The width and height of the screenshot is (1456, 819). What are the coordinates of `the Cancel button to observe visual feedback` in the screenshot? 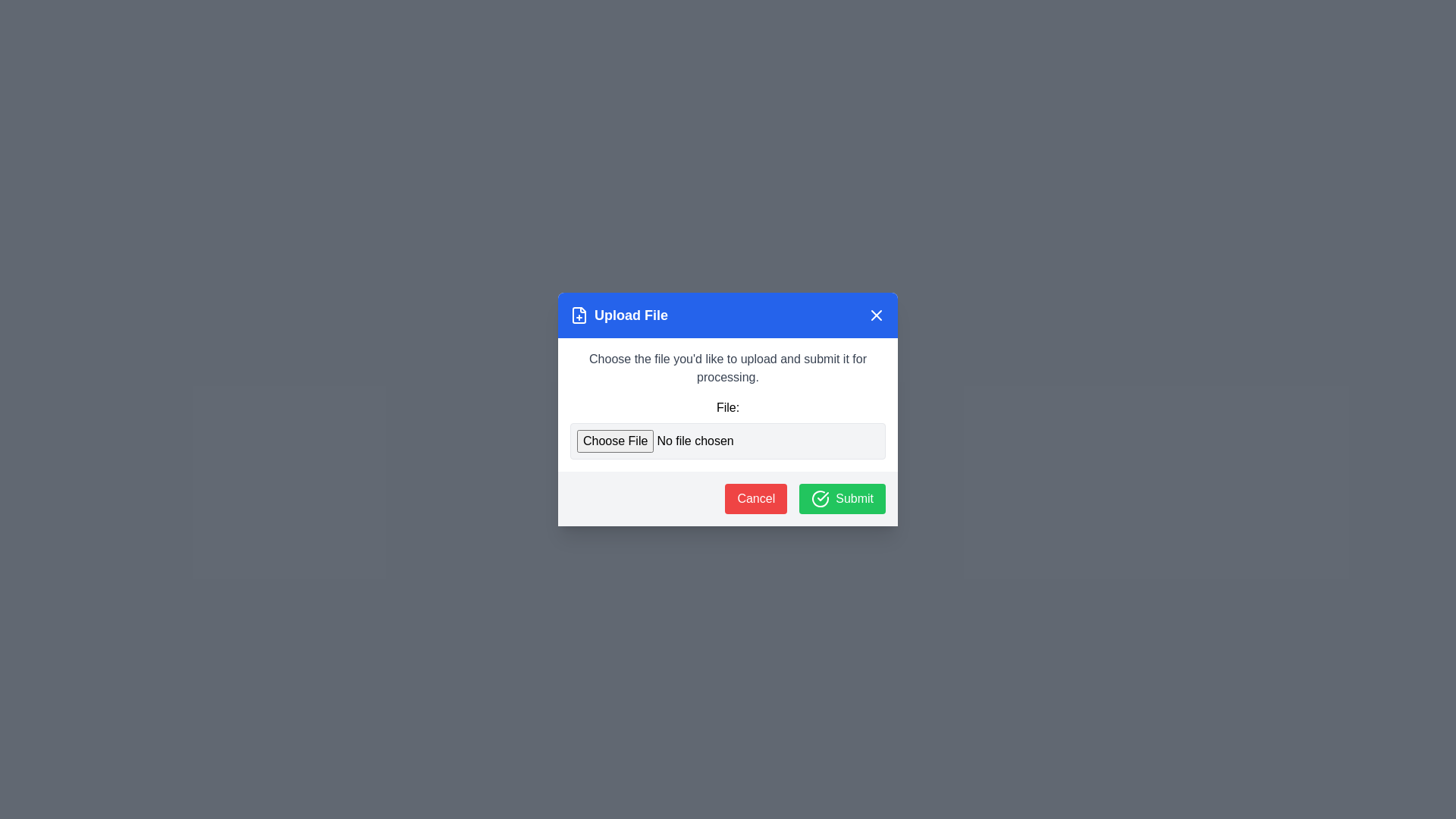 It's located at (756, 499).